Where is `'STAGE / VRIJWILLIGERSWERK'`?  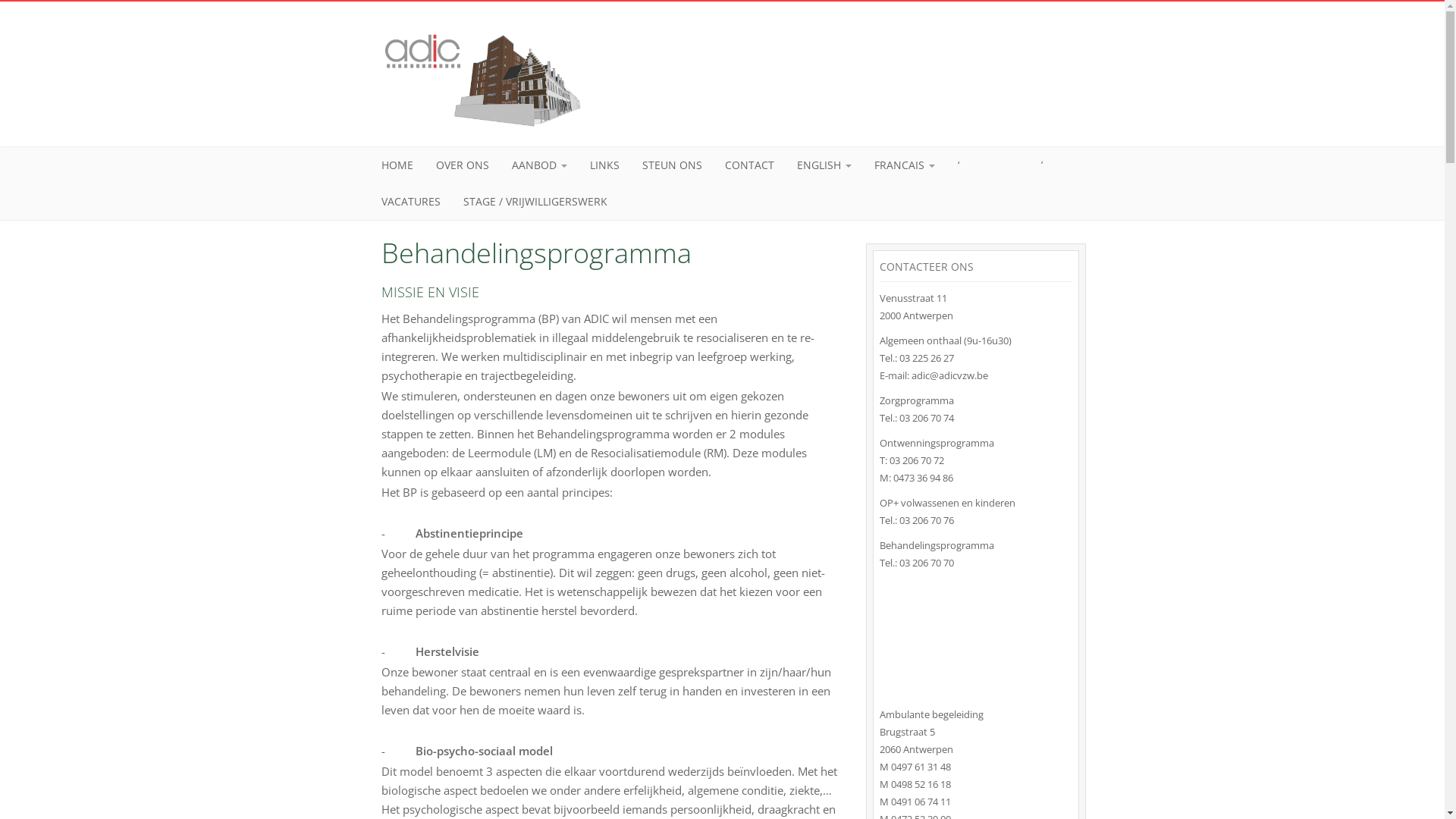 'STAGE / VRIJWILLIGERSWERK' is located at coordinates (535, 201).